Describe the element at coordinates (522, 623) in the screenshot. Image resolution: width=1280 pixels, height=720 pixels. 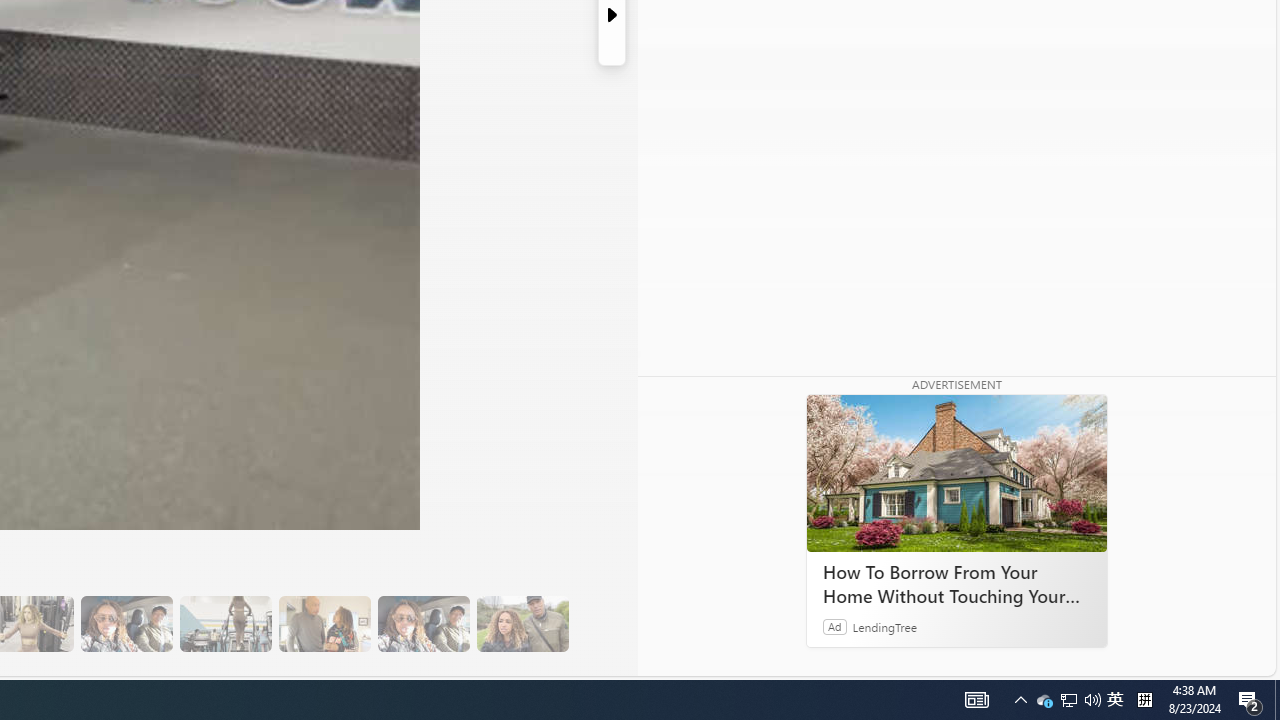
I see `'20 Overall, It Will Improve Your Health'` at that location.